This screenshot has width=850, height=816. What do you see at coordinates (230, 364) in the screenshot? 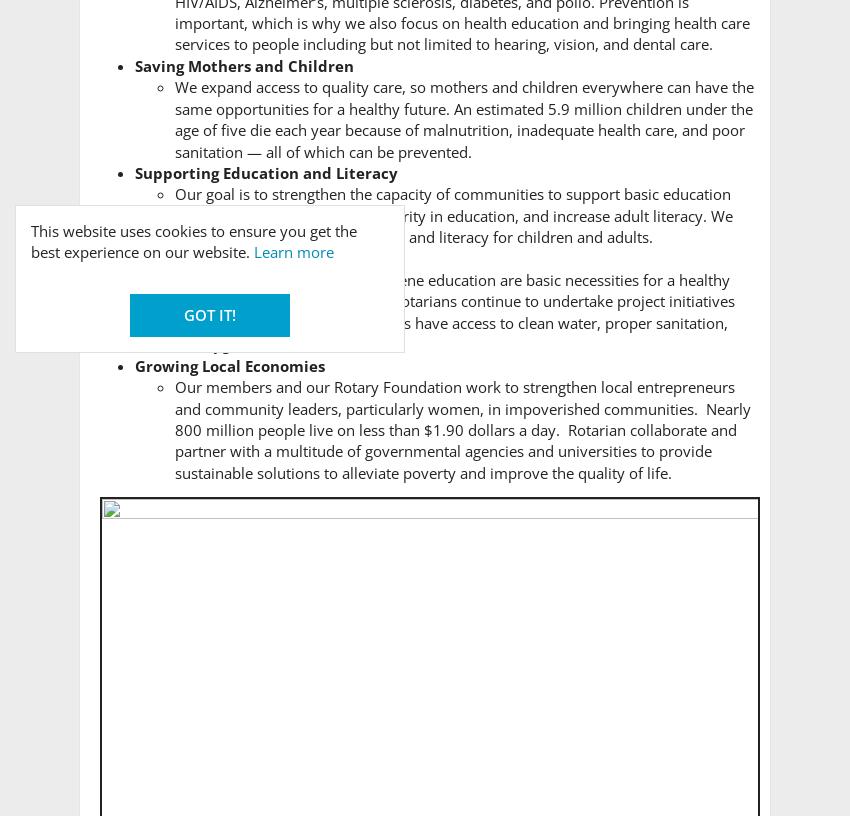
I see `'Growing Local Economies'` at bounding box center [230, 364].